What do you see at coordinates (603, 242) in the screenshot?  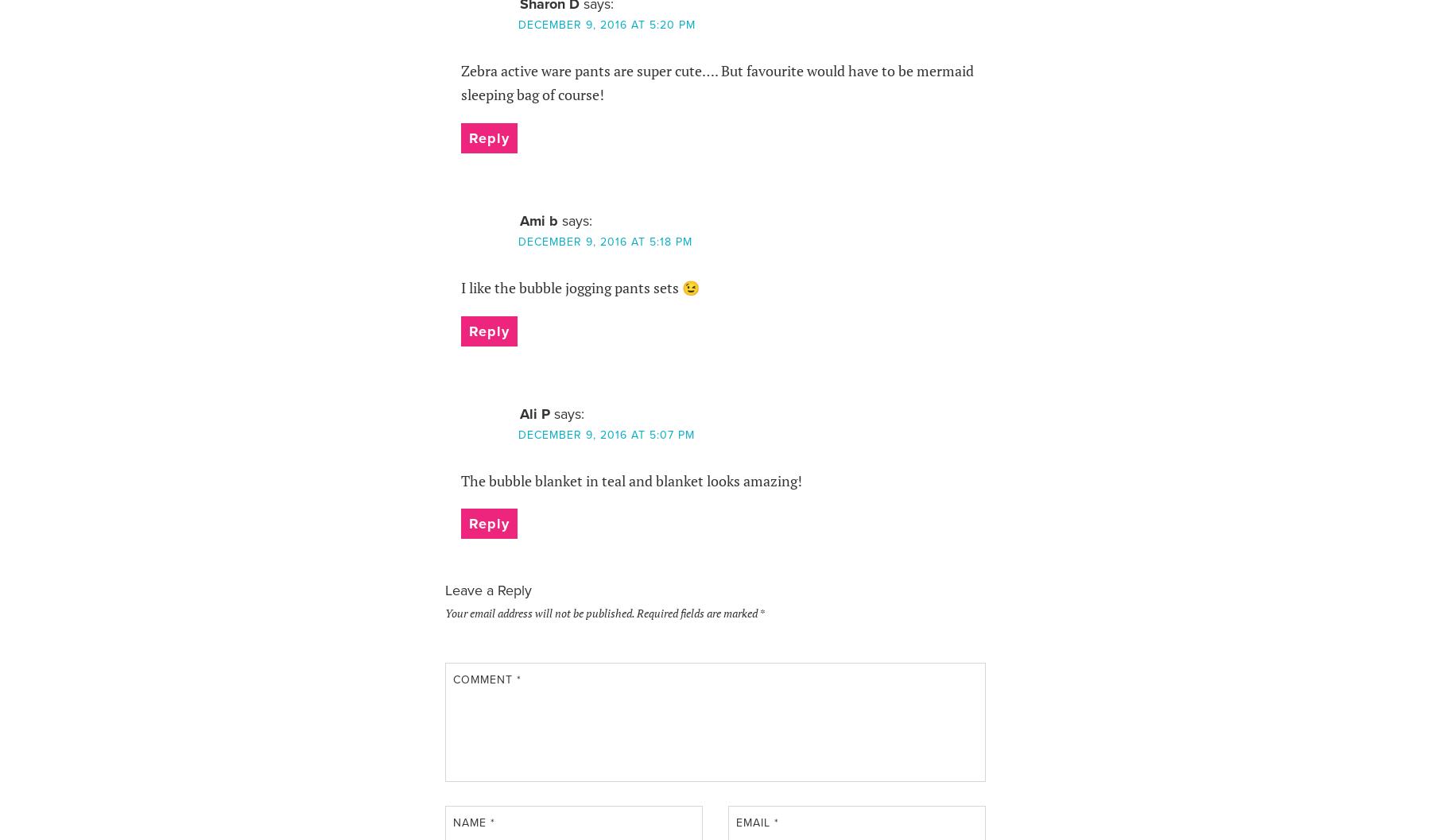 I see `'December 9, 2016 at 5:18 pm'` at bounding box center [603, 242].